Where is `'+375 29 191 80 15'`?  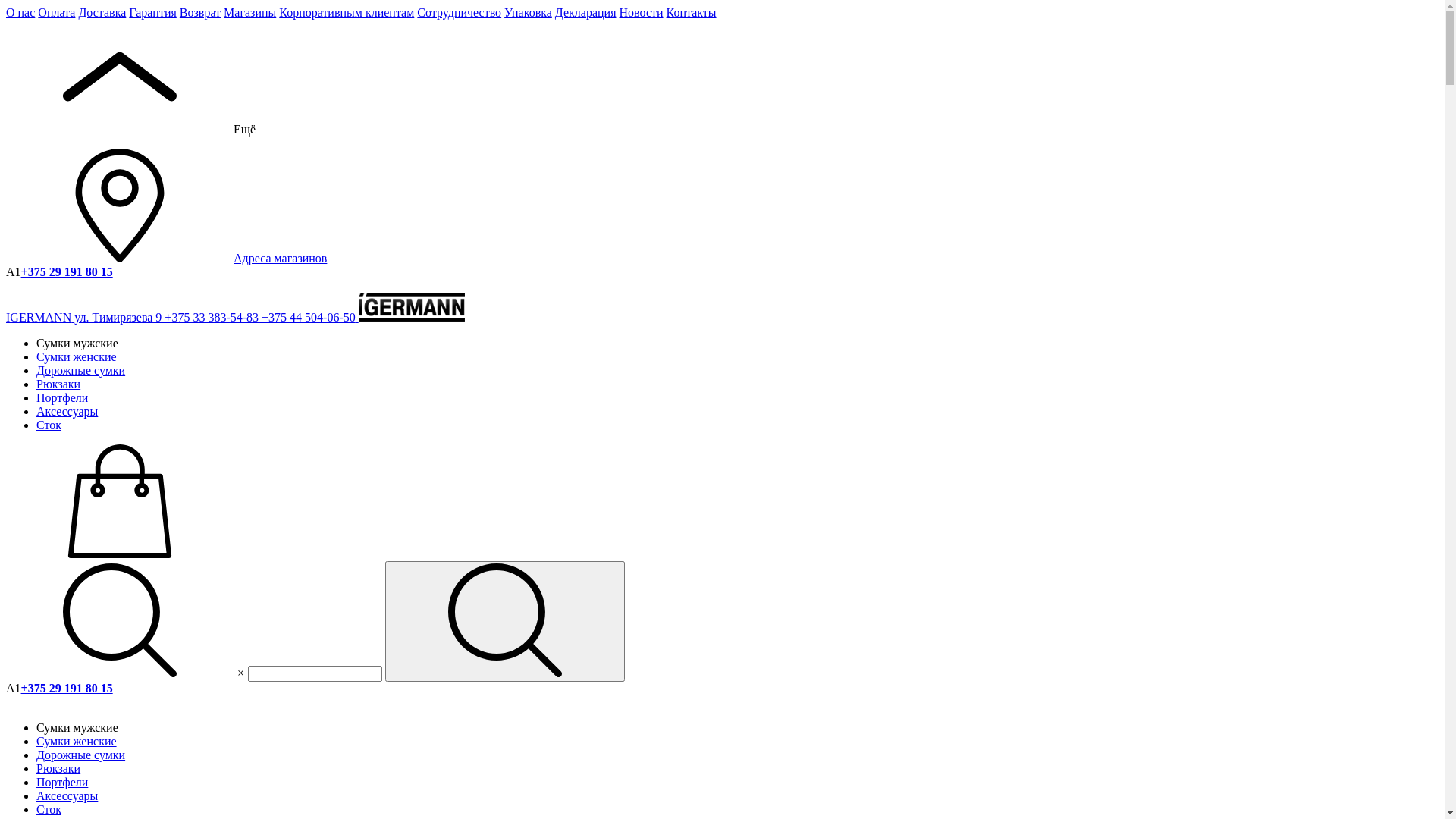
'+375 29 191 80 15' is located at coordinates (21, 688).